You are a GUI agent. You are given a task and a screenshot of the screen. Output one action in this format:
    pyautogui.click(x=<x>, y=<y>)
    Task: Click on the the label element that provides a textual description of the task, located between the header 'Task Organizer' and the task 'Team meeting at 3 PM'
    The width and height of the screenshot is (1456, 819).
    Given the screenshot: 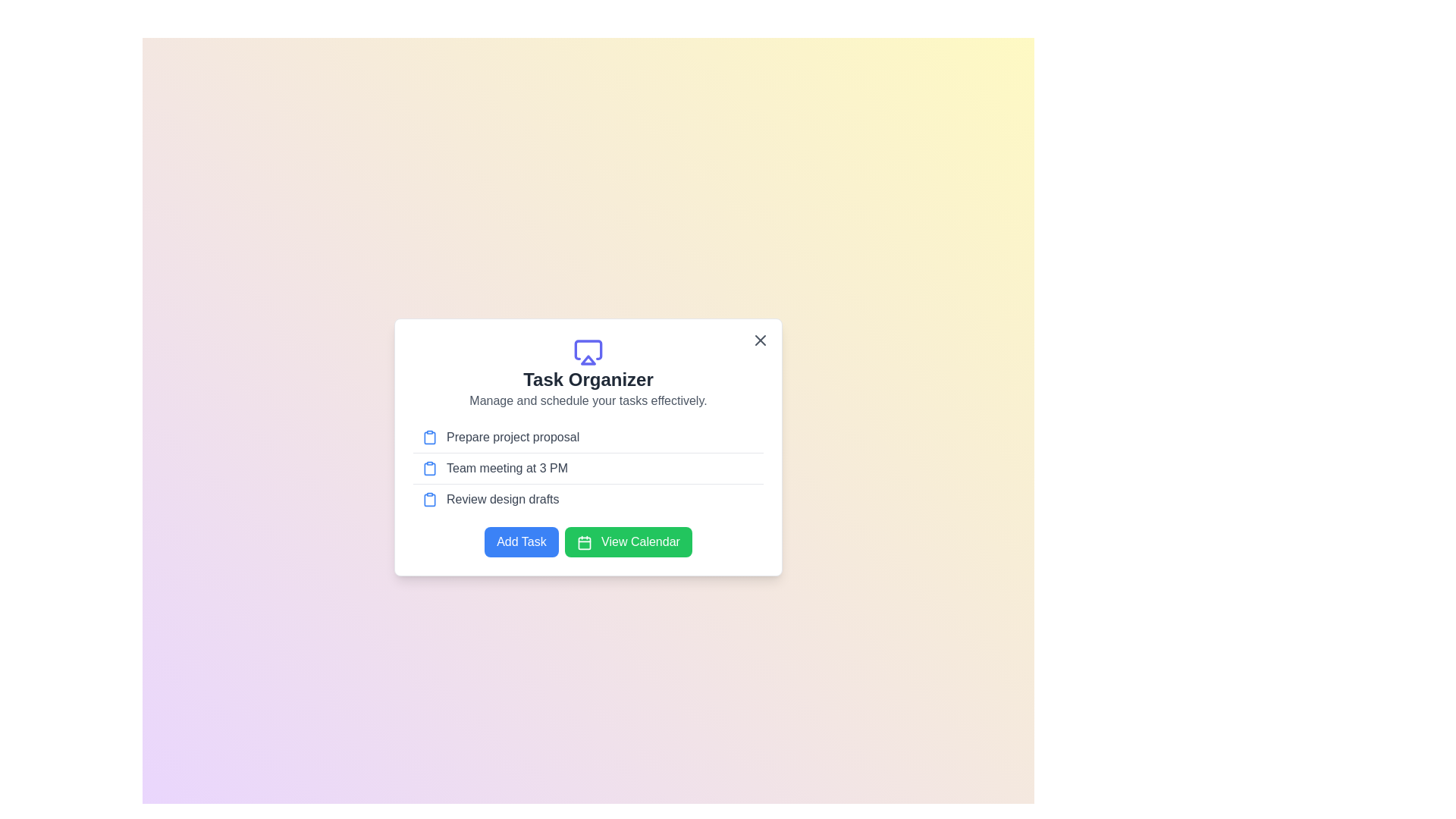 What is the action you would take?
    pyautogui.click(x=513, y=438)
    